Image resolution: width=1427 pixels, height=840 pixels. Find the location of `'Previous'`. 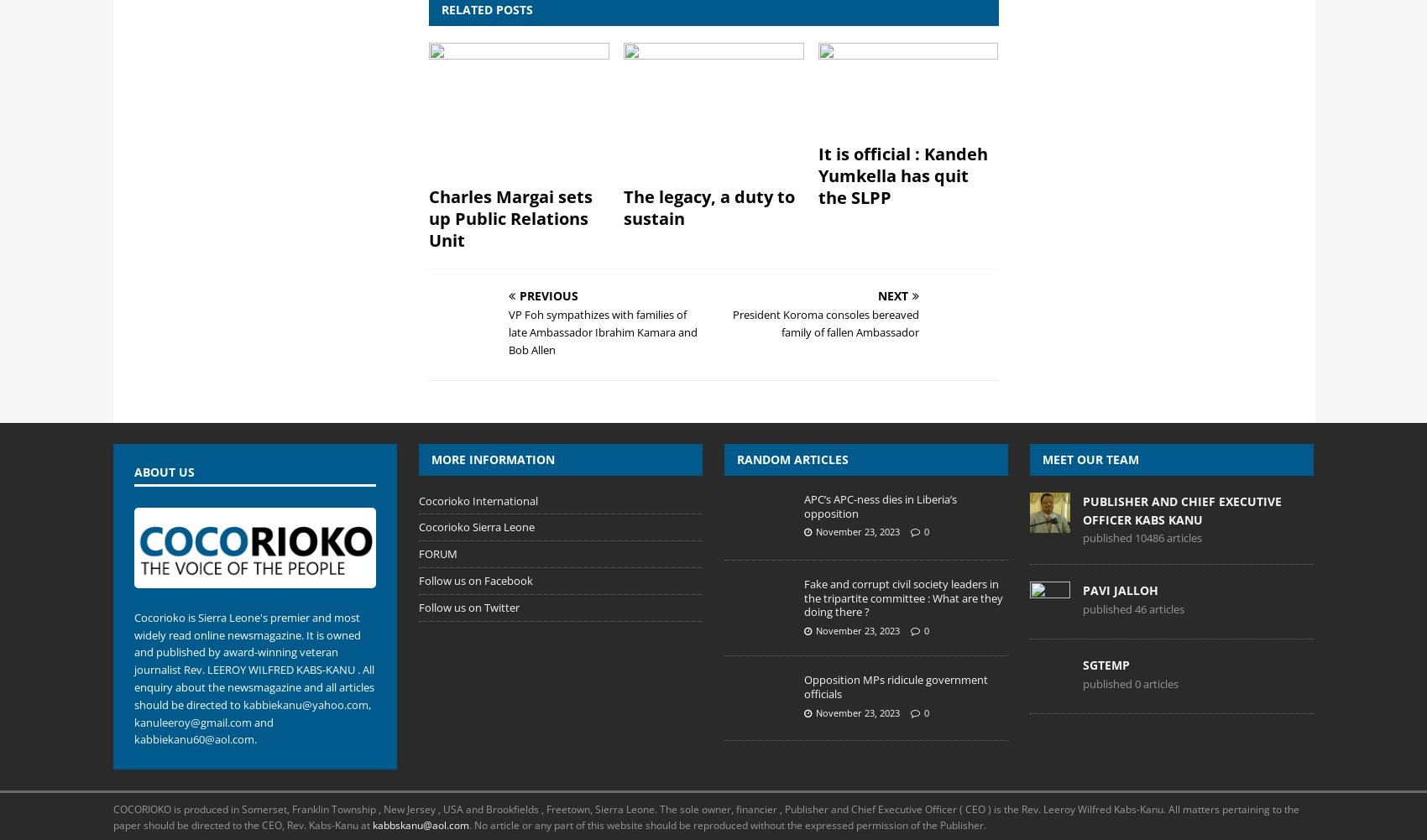

'Previous' is located at coordinates (548, 295).